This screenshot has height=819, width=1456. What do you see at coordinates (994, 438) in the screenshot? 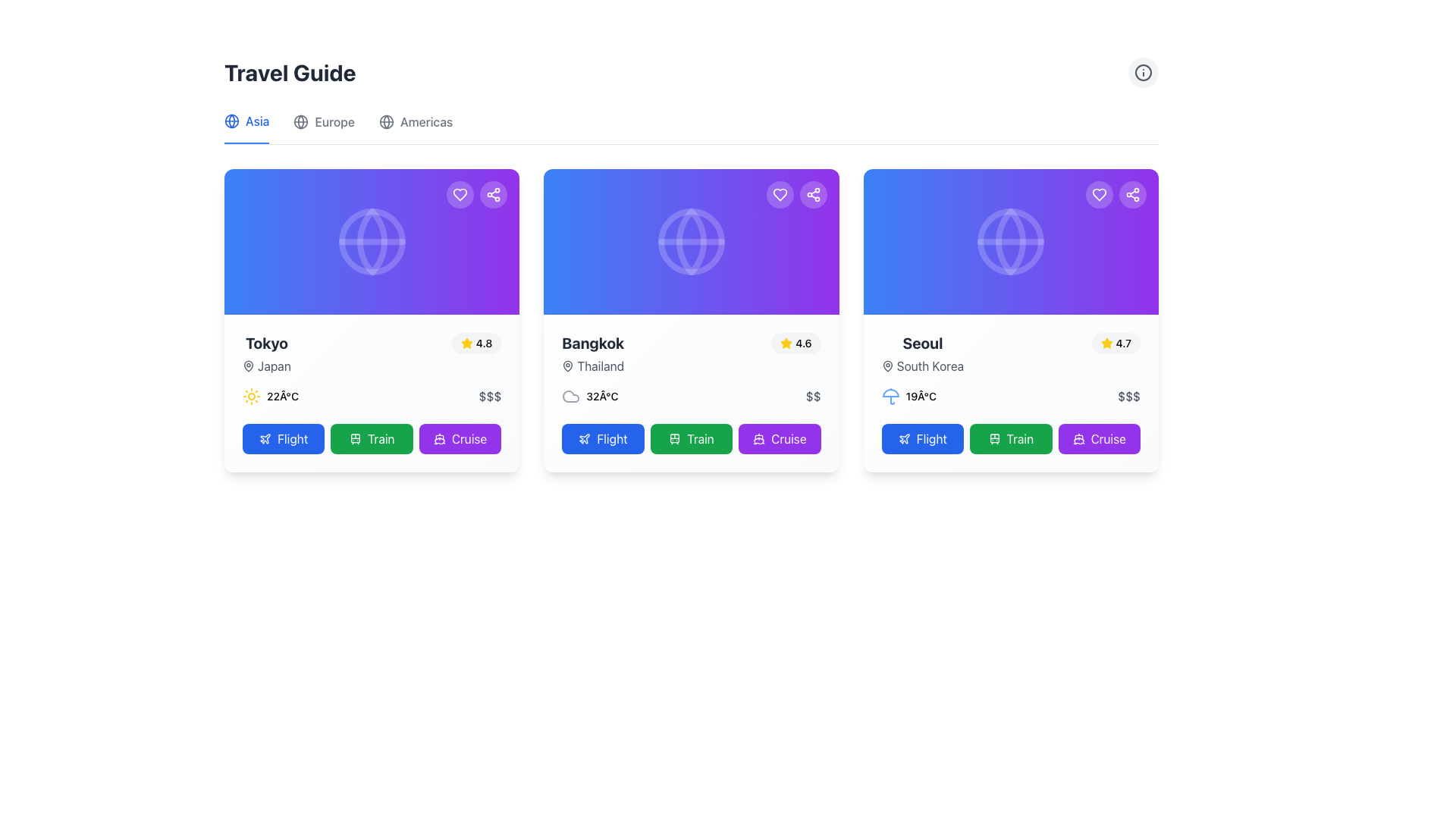
I see `the decorative 'Train' icon within the green rectangular button at the bottom of the 'Seoul' travel option card` at bounding box center [994, 438].